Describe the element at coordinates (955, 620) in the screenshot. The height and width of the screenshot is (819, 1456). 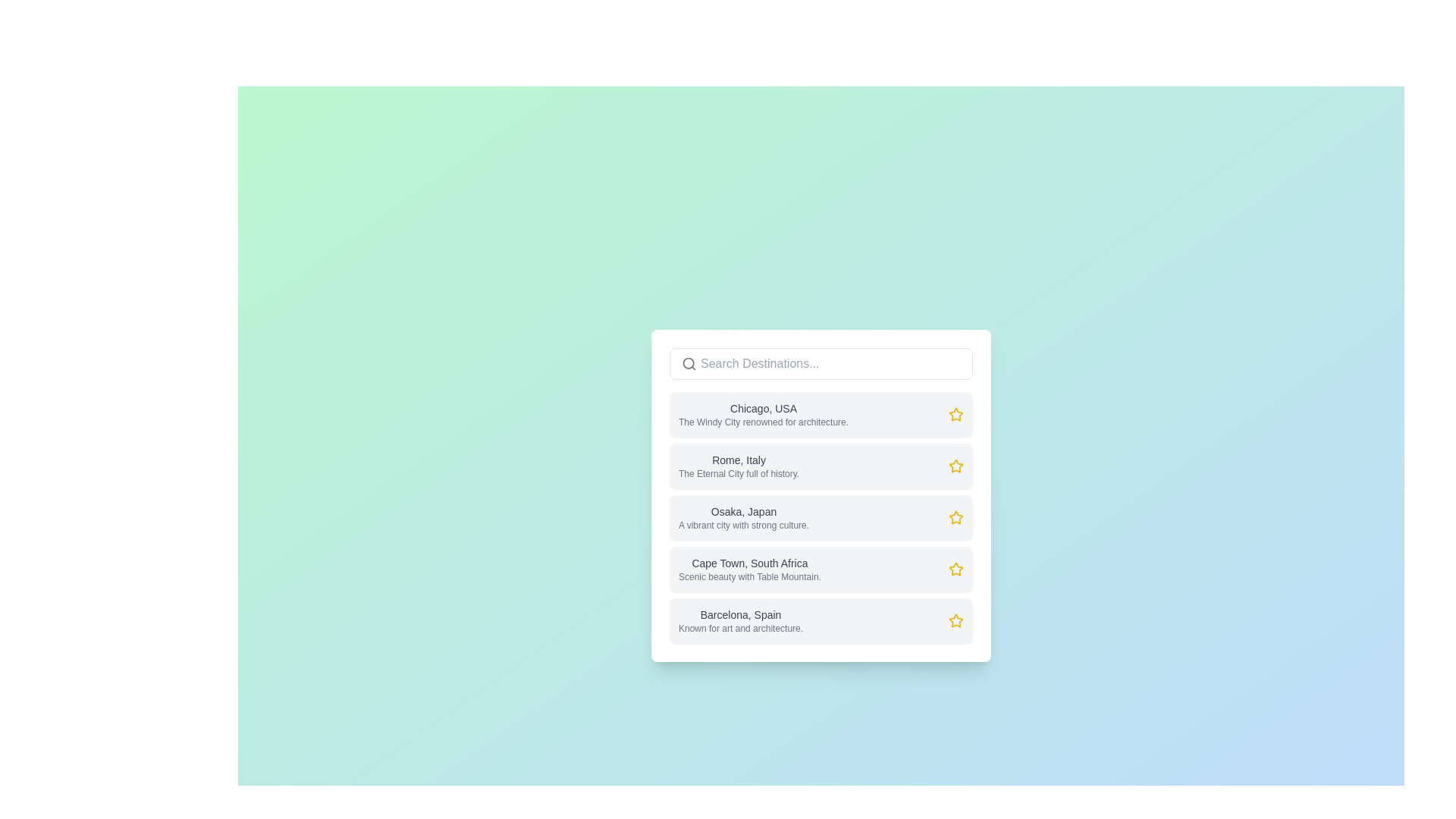
I see `the yellow star icon located at the far right of the text 'Barcelona, Spain'` at that location.